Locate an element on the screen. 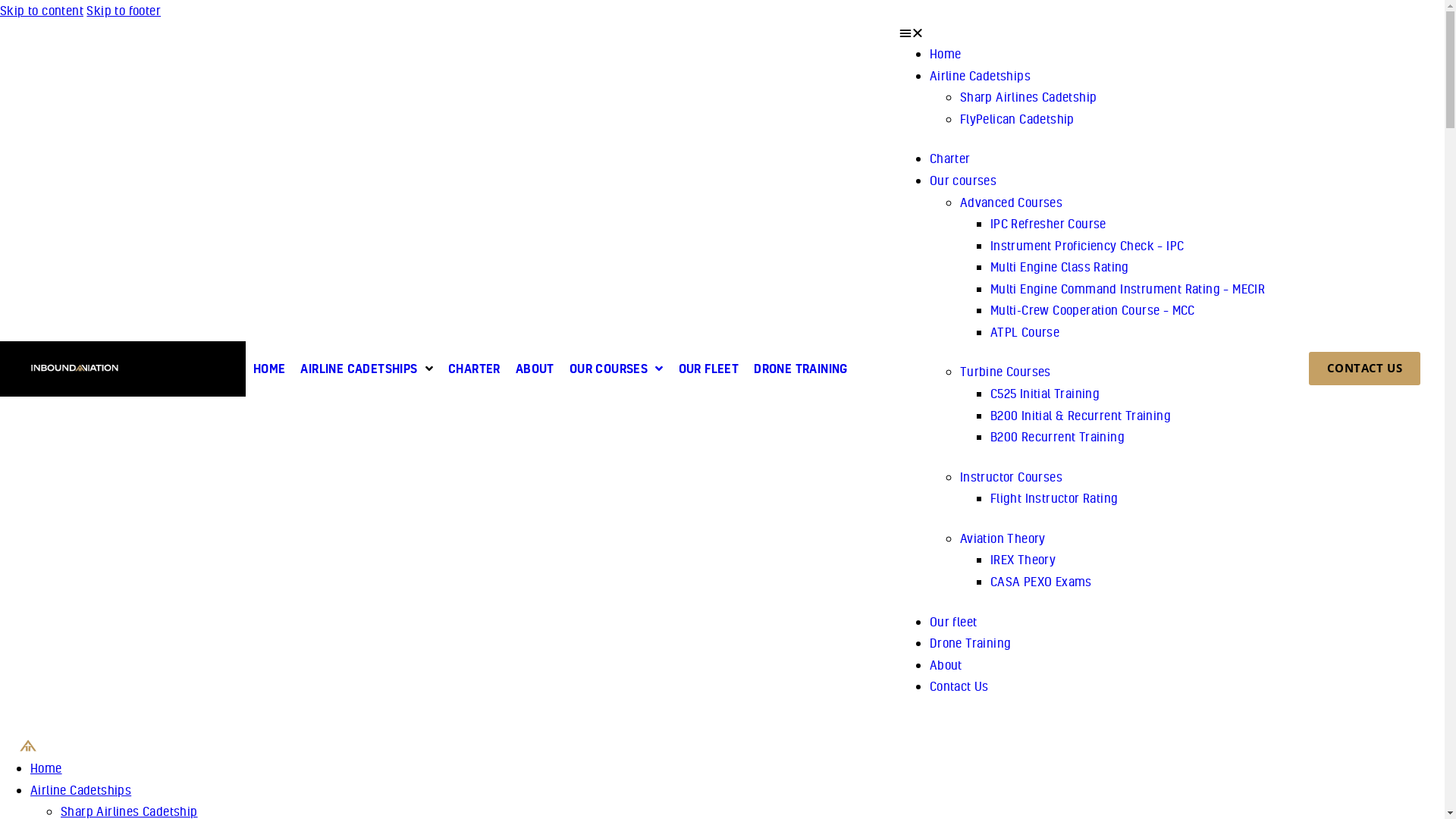  'IPC Refresher Course' is located at coordinates (1047, 223).